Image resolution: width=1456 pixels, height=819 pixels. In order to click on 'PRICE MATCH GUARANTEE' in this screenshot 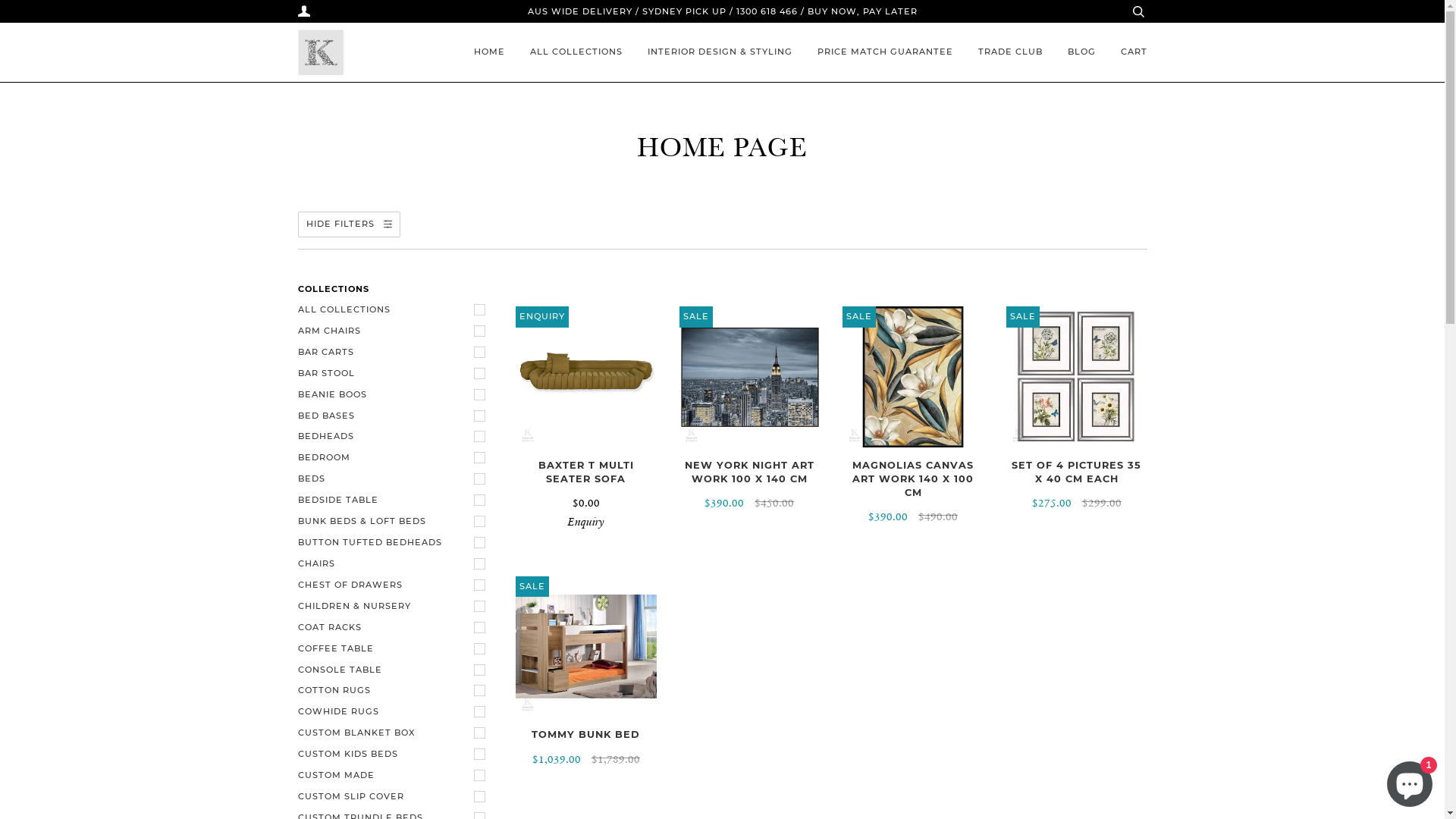, I will do `click(885, 52)`.